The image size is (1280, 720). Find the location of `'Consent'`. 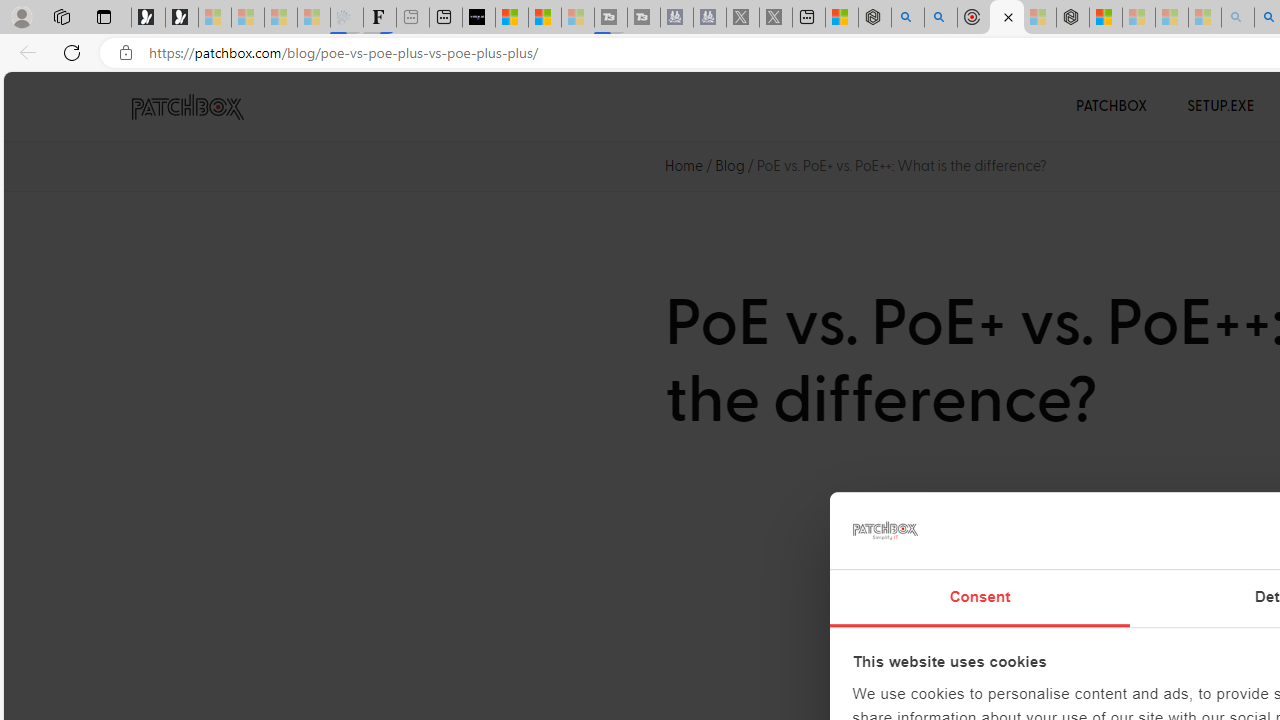

'Consent' is located at coordinates (979, 598).